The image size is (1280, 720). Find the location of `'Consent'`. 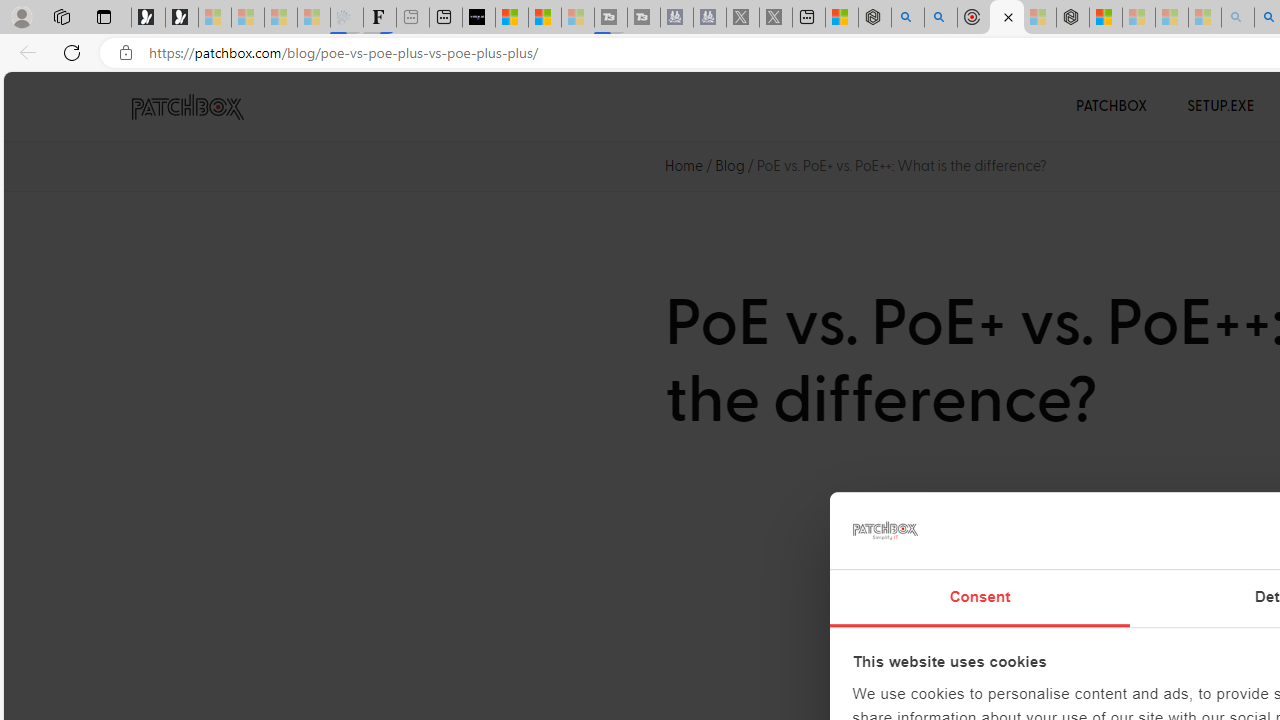

'Consent' is located at coordinates (979, 598).